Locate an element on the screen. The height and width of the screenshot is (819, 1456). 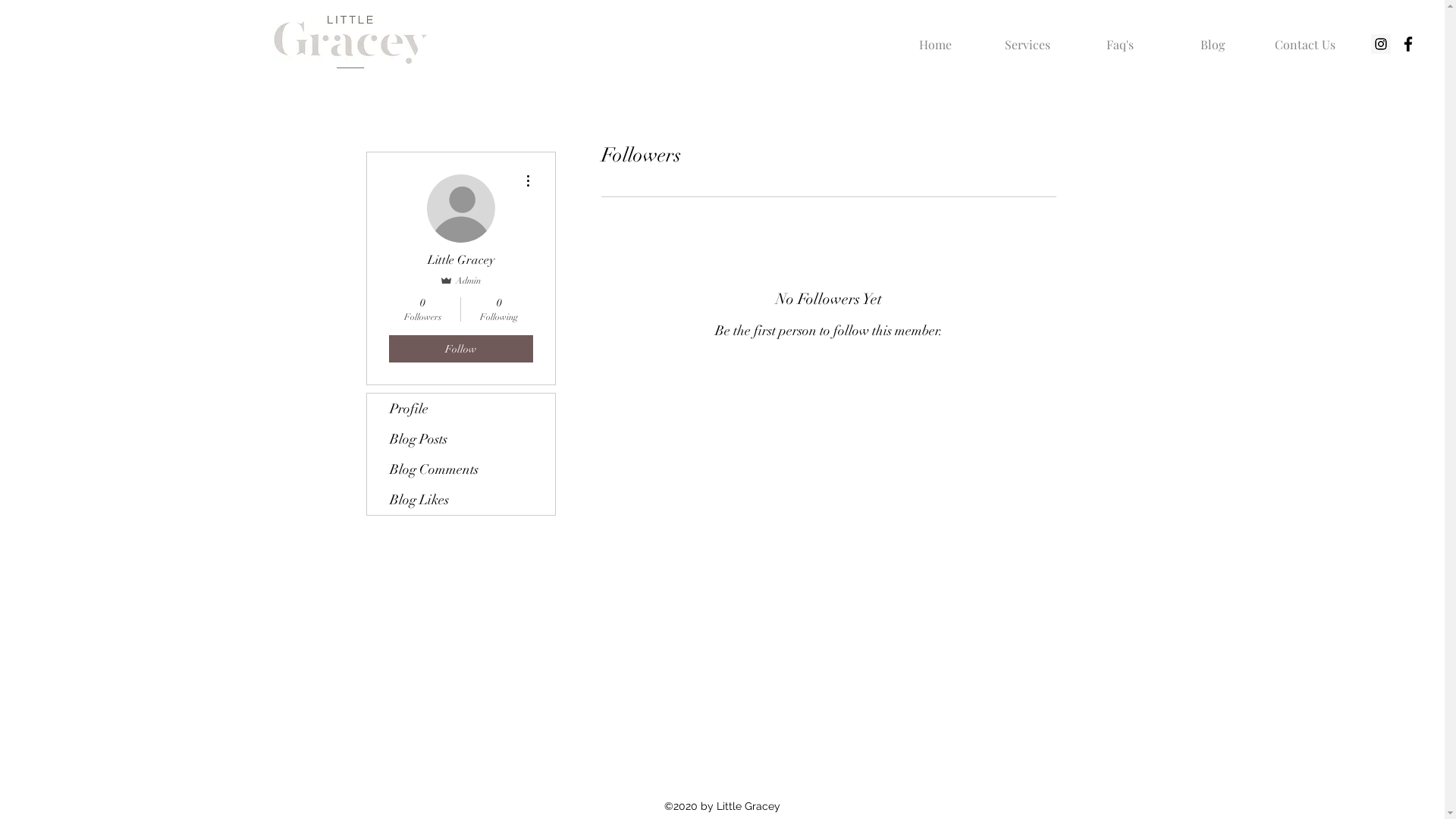
'Profile' is located at coordinates (460, 408).